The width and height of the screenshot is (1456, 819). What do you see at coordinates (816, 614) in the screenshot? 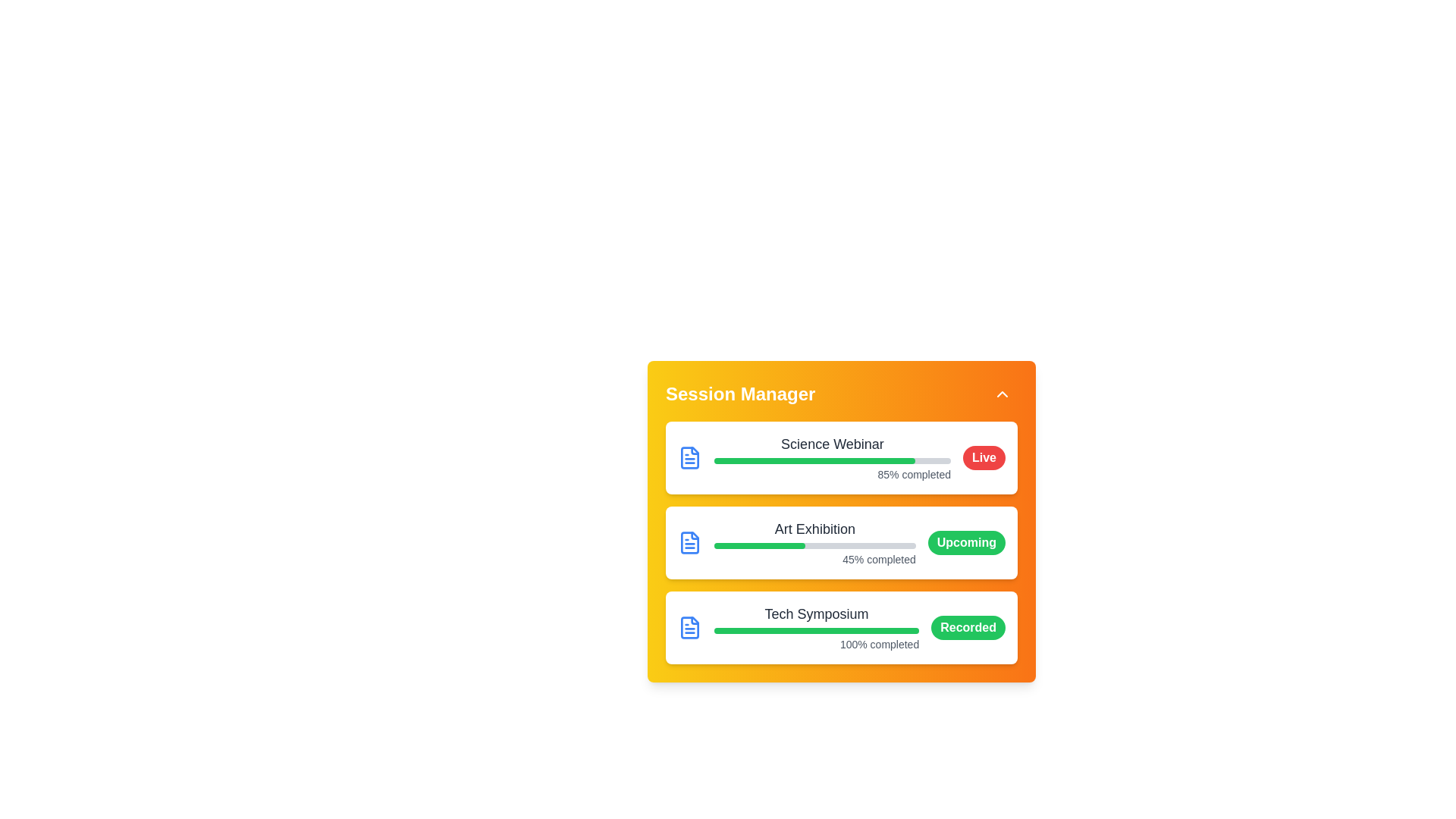
I see `the descriptive header text label for the 'Tech Symposium' progress tracker, which is positioned at the top of its grouping` at bounding box center [816, 614].